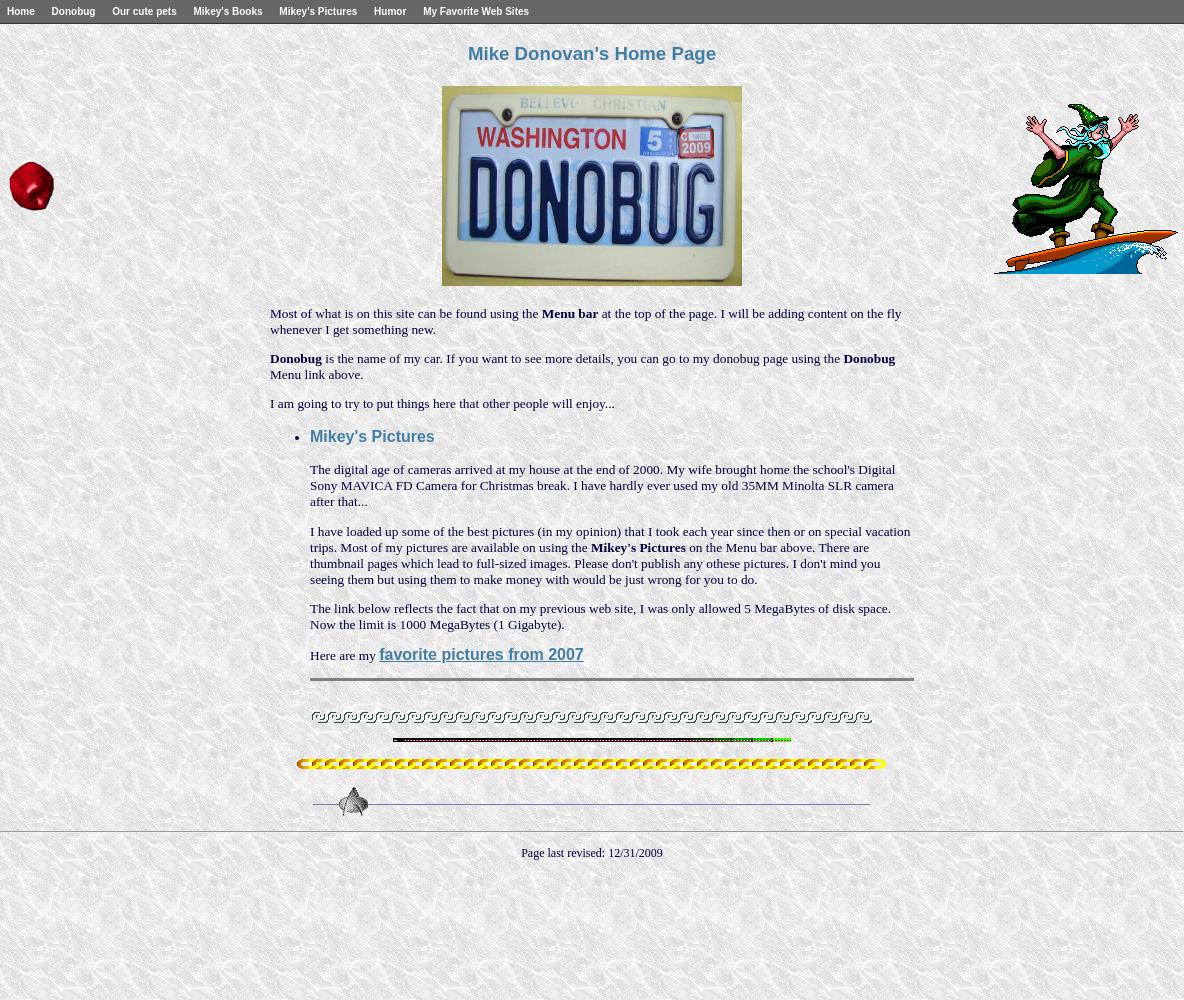  What do you see at coordinates (10, 380) in the screenshot?
I see `'Best of 2006'` at bounding box center [10, 380].